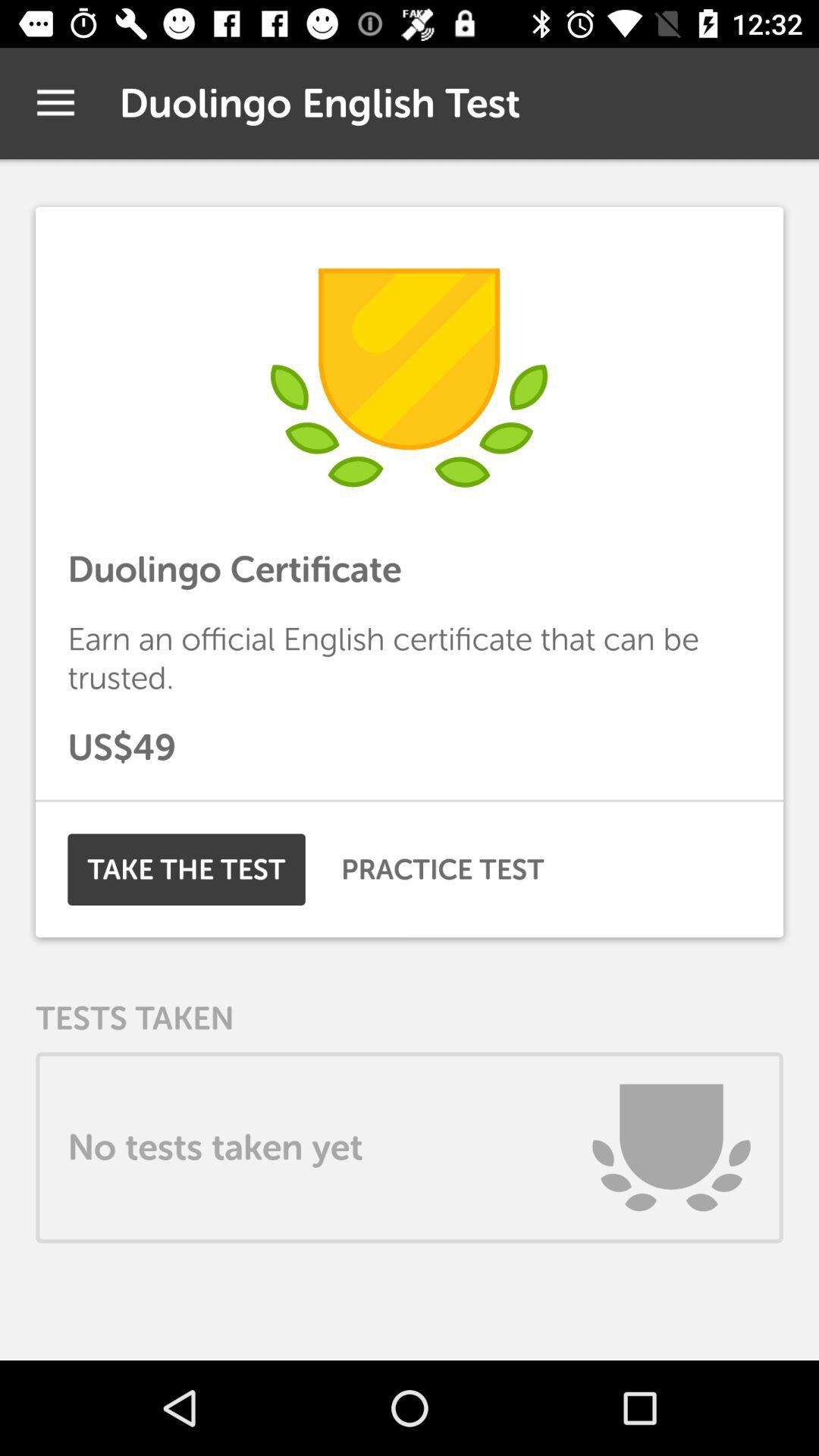 This screenshot has width=819, height=1456. Describe the element at coordinates (442, 869) in the screenshot. I see `the icon to the right of the take the test` at that location.